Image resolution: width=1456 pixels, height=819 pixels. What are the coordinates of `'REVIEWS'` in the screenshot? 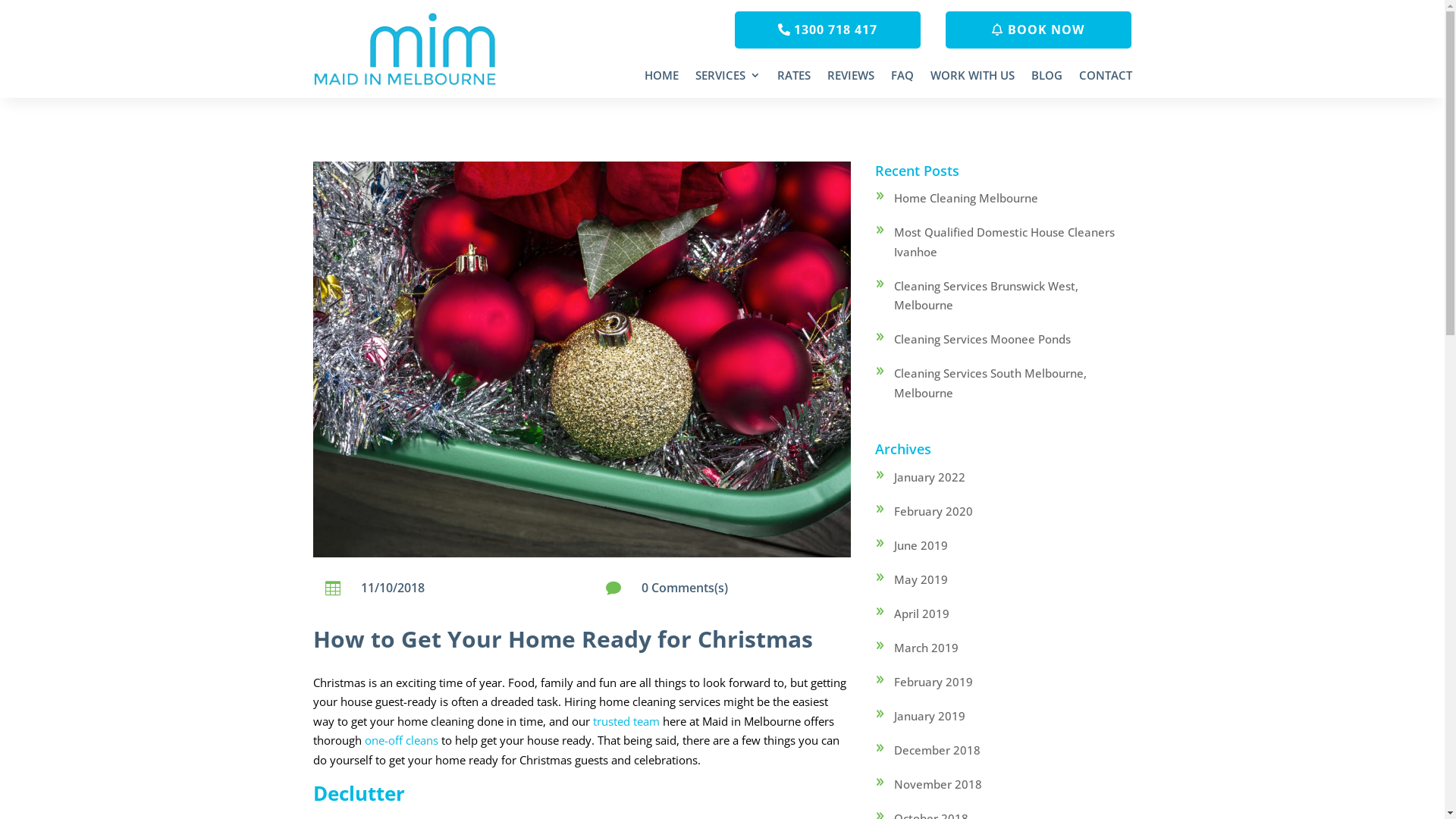 It's located at (825, 78).